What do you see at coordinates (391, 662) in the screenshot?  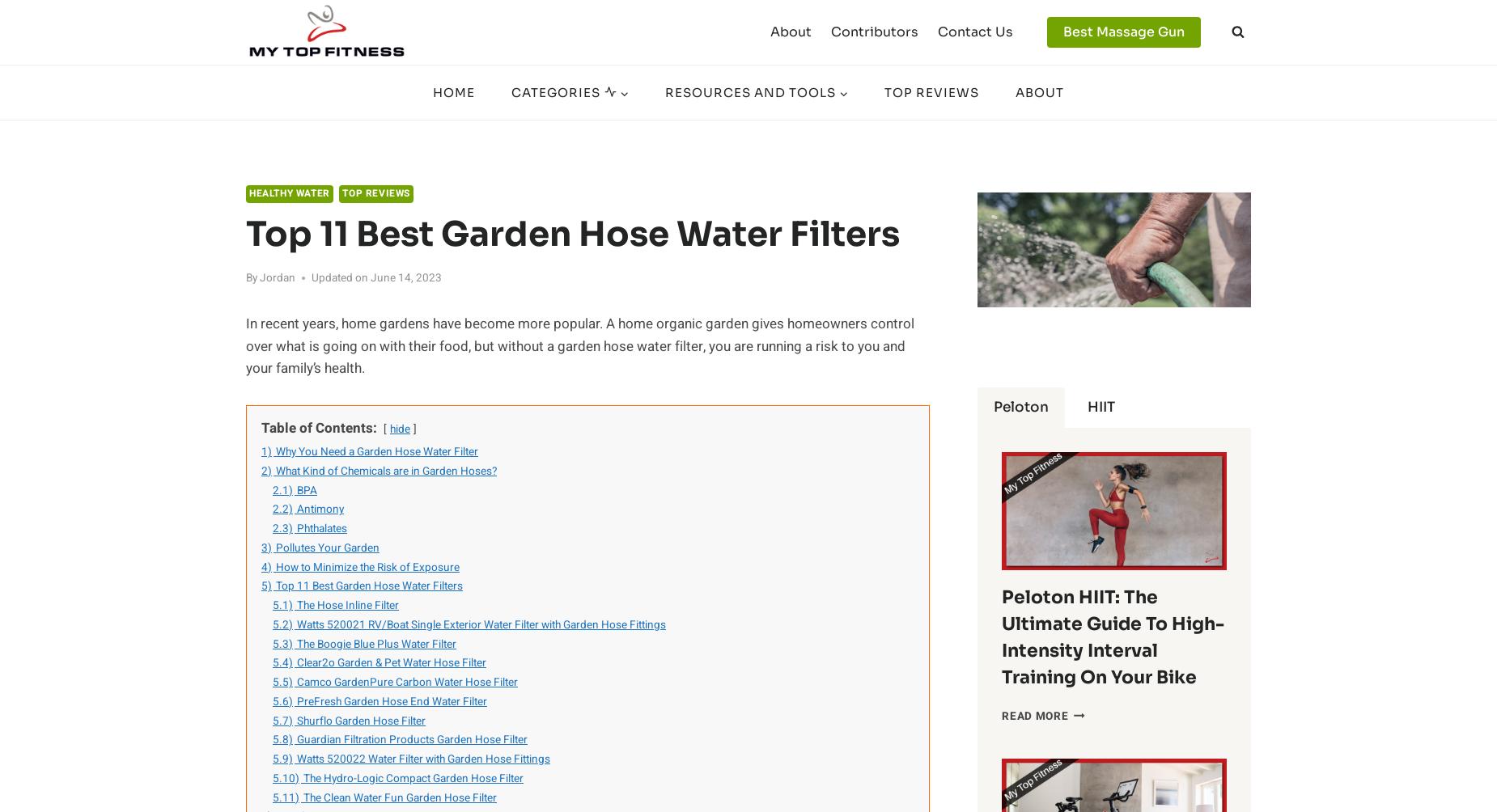 I see `'Clear2o Garden & Pet Water Hose Filter'` at bounding box center [391, 662].